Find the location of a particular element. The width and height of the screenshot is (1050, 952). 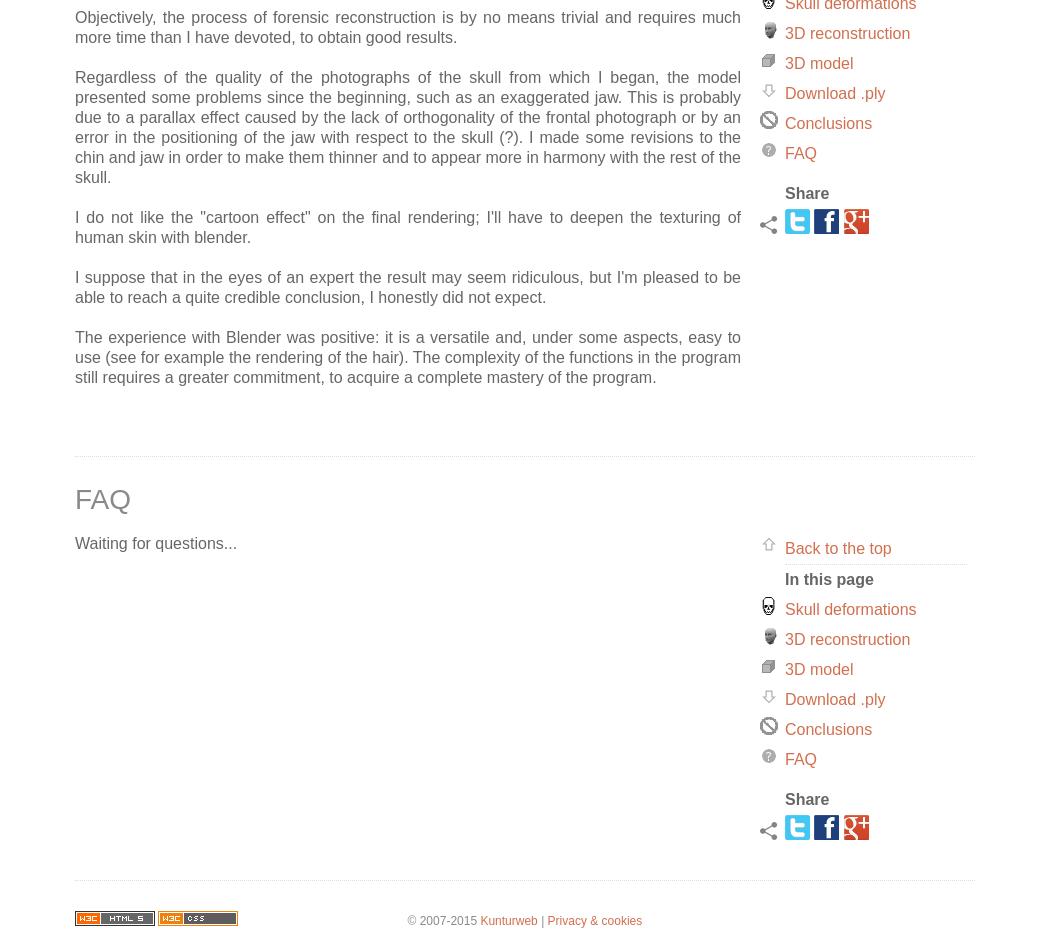

'Regardless of the quality of the photographs of the skull from which 
	I began, the model presented some problems since the beginning, such 
	as an exaggerated jaw. This is probably due to a parallax effect 
	caused by the lack of orthogonality of the frontal photograph or by 
	an error in the positioning of the jaw with respect to the skull (?). 
	I made some revisions to the chin and jaw in order to make them thinner 
	and to appear more in harmony with the rest of the skull.' is located at coordinates (408, 126).